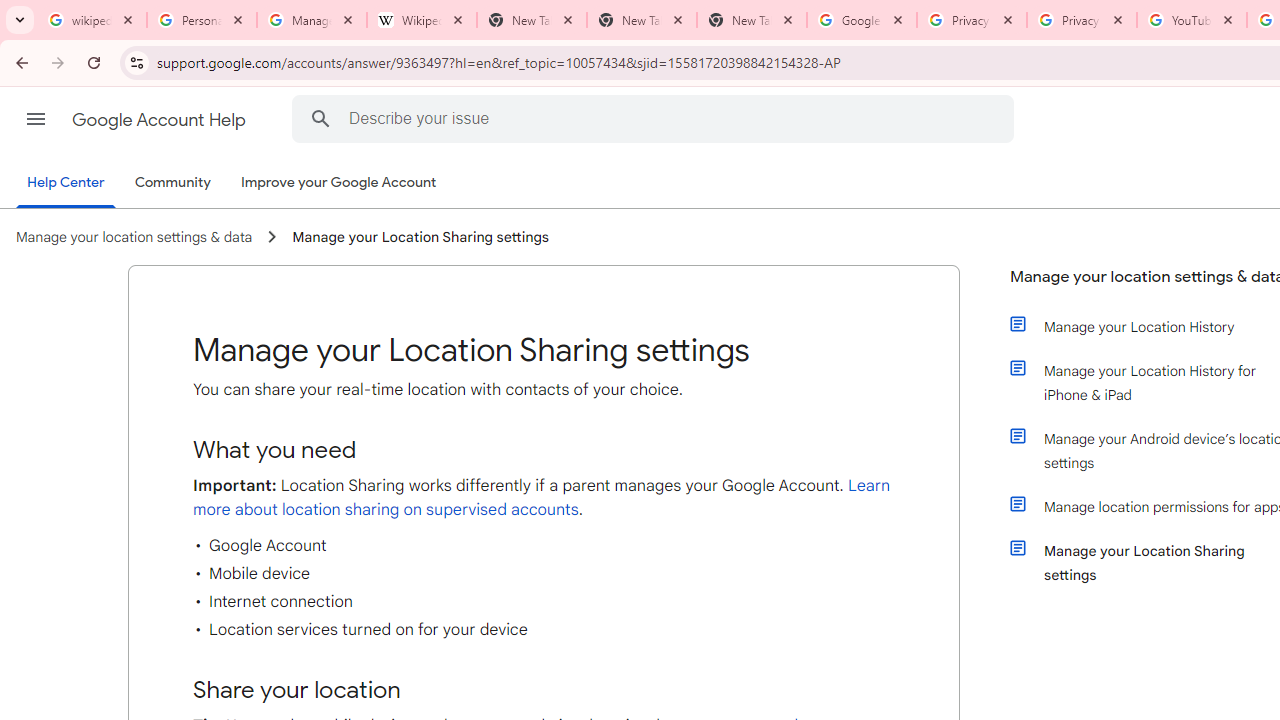  I want to click on 'New Tab', so click(642, 20).